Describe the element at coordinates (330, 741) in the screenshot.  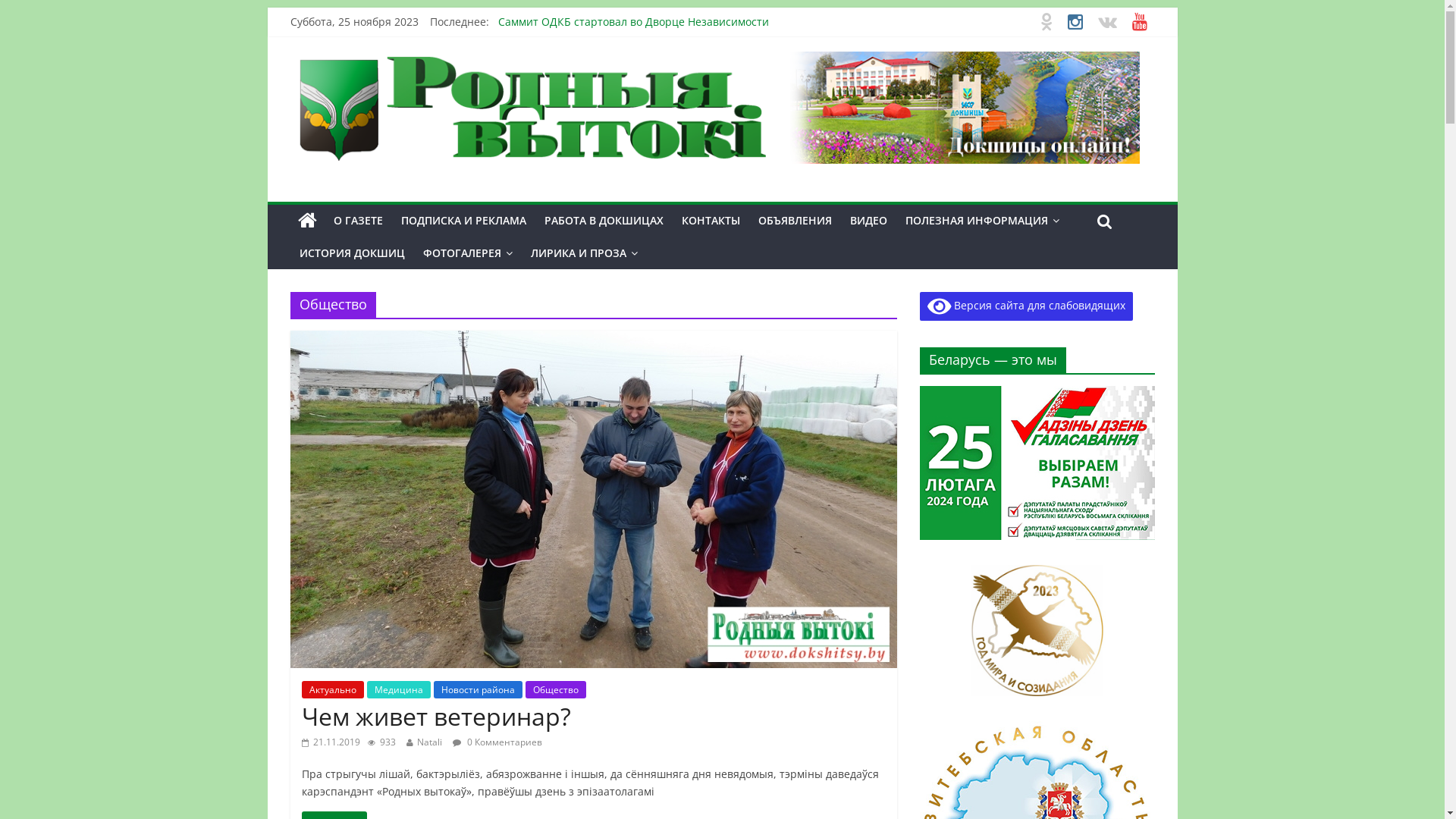
I see `'21.11.2019'` at that location.